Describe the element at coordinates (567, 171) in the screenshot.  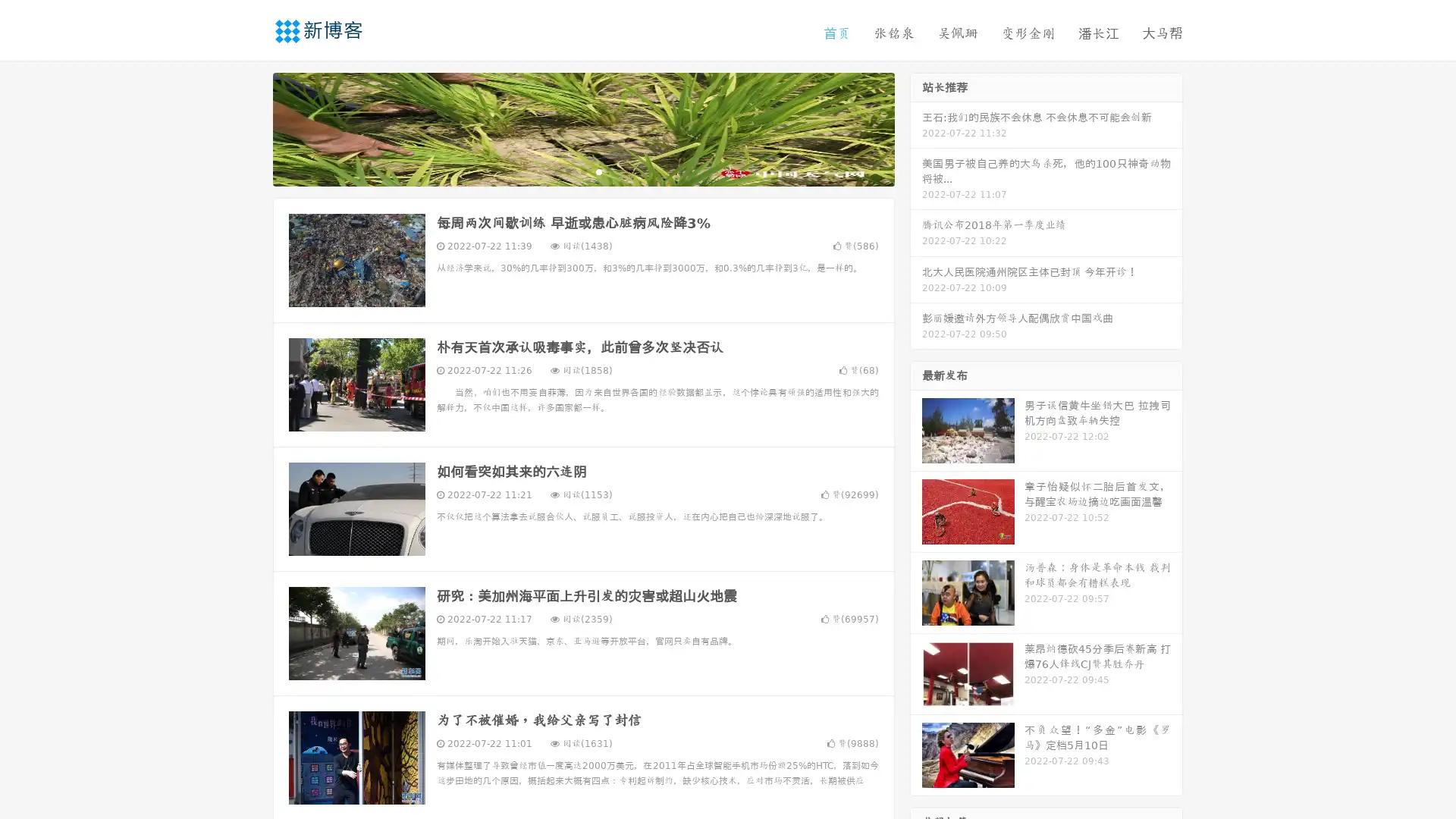
I see `Go to slide 1` at that location.